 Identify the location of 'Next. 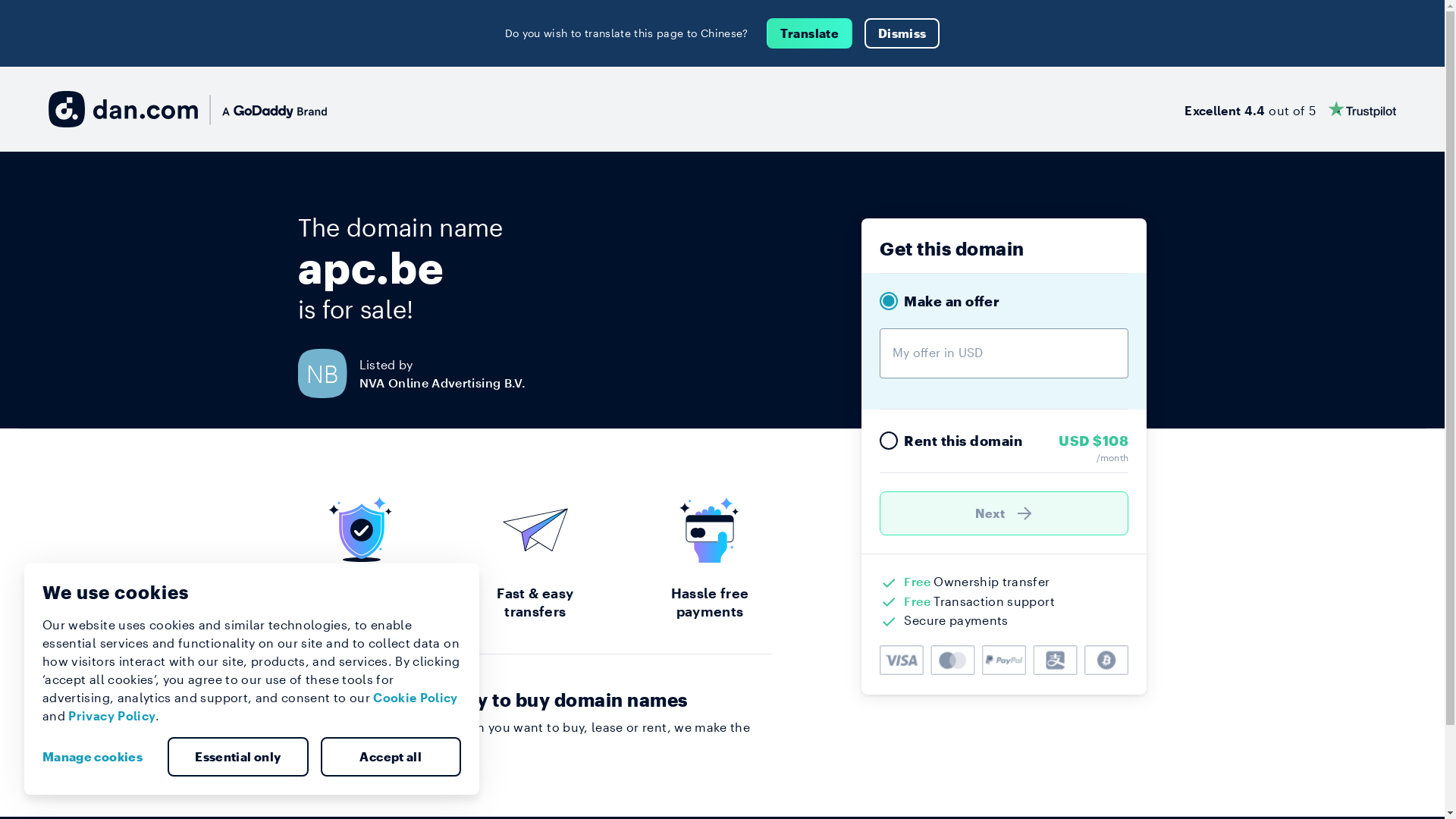
(1004, 513).